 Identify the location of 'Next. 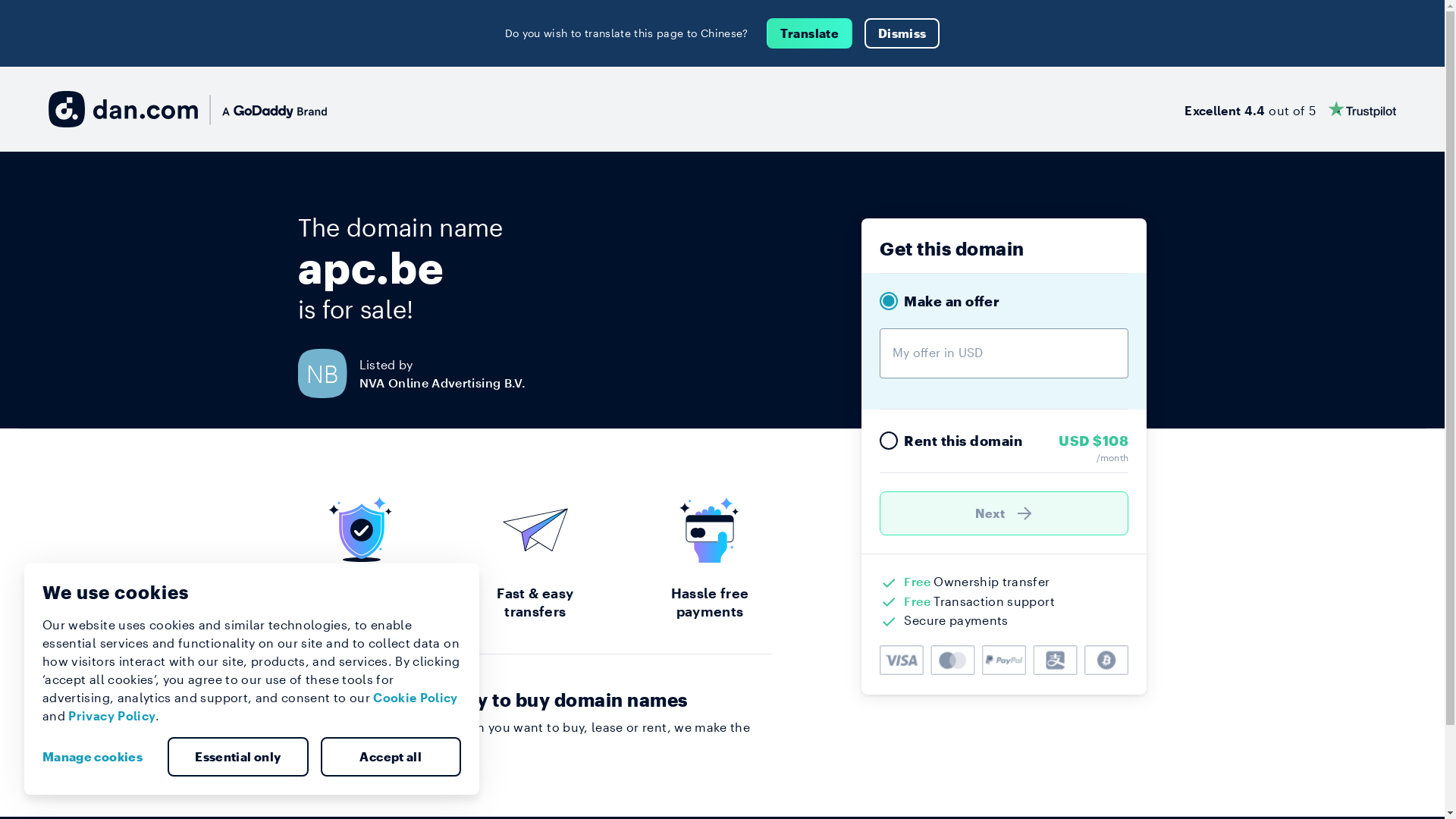
(1004, 513).